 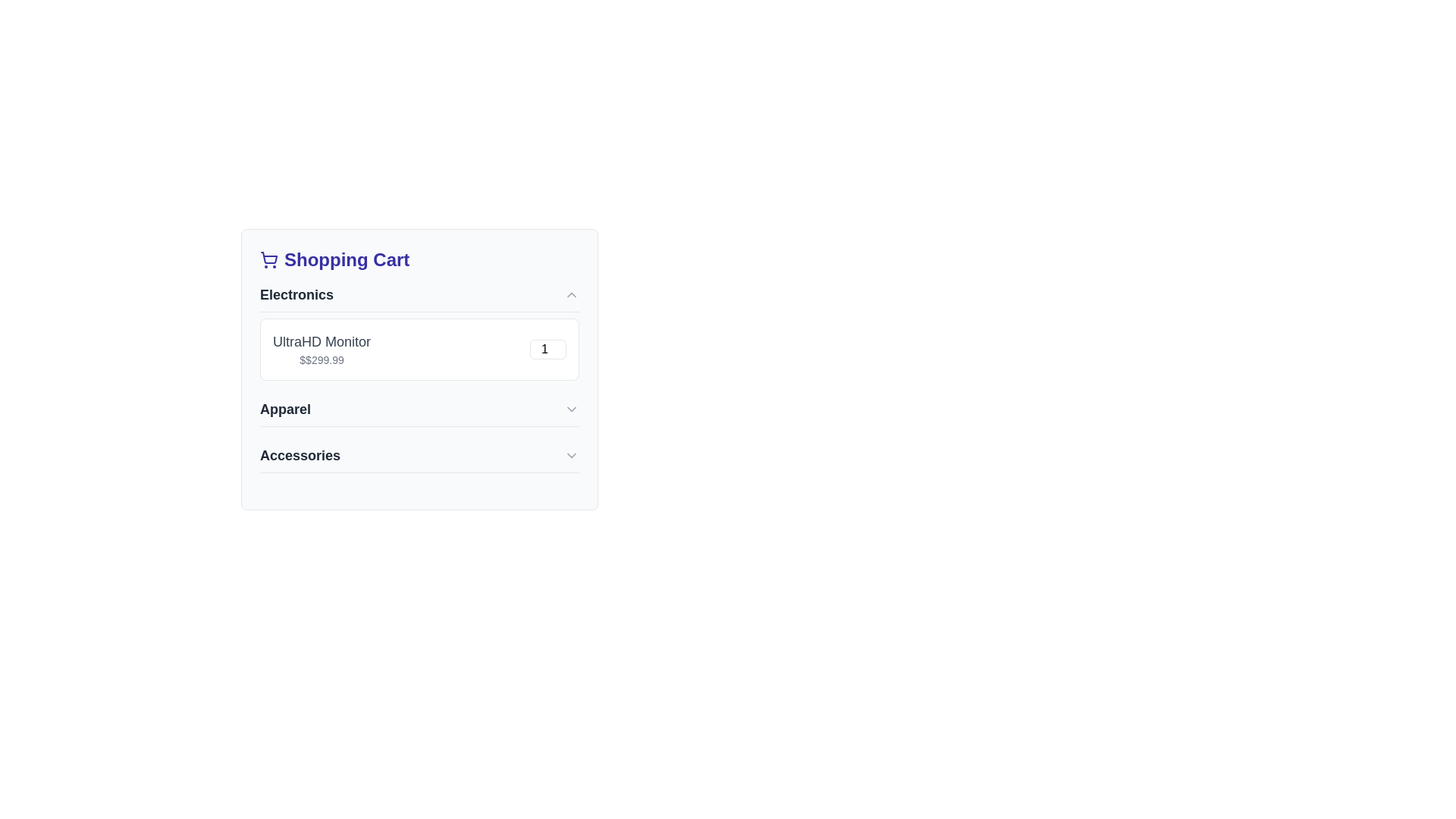 What do you see at coordinates (419, 369) in the screenshot?
I see `the product listing card in the shopping cart interface under the 'Electronics' section` at bounding box center [419, 369].